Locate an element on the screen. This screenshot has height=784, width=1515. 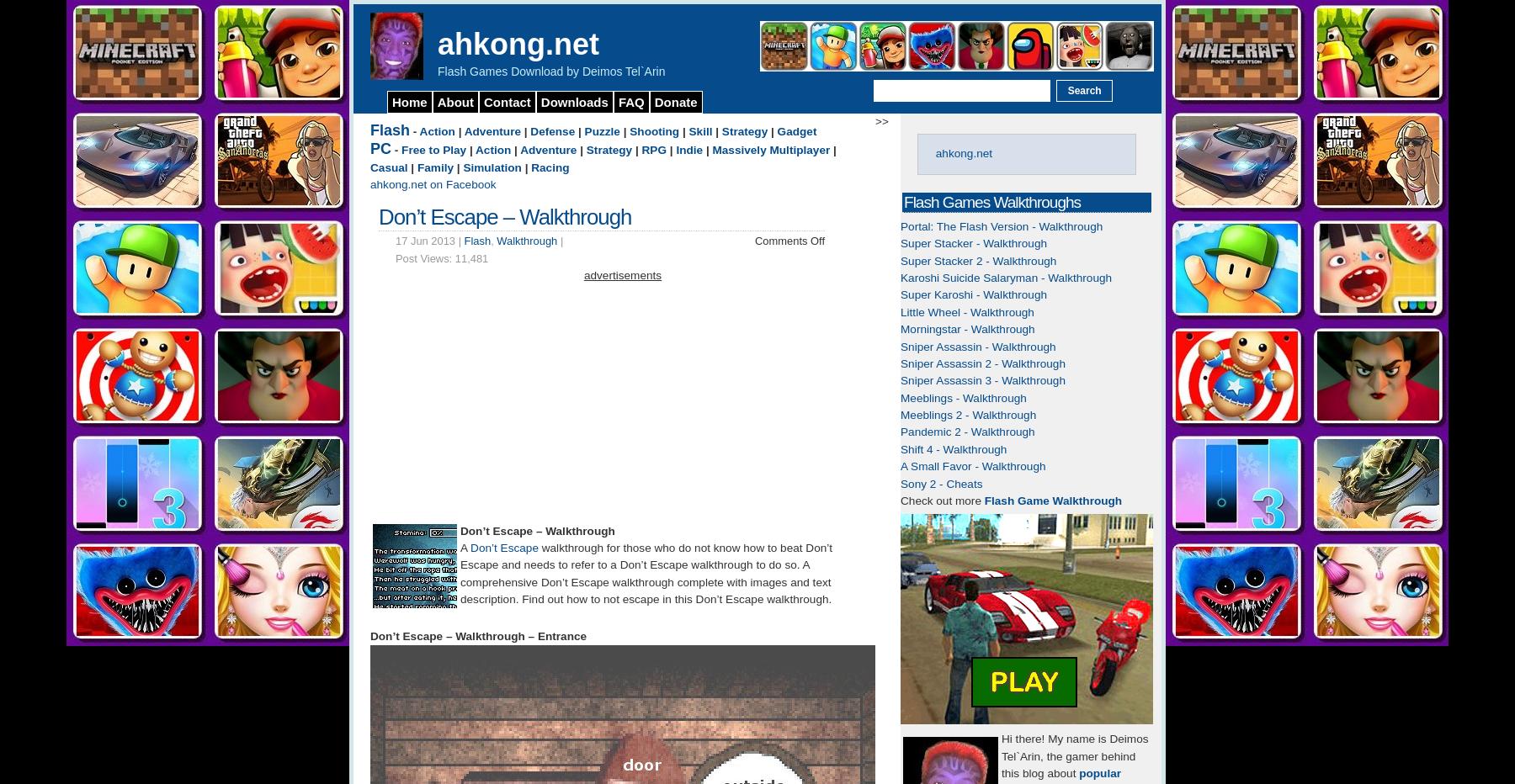
'17 Jun 2013 |' is located at coordinates (394, 240).